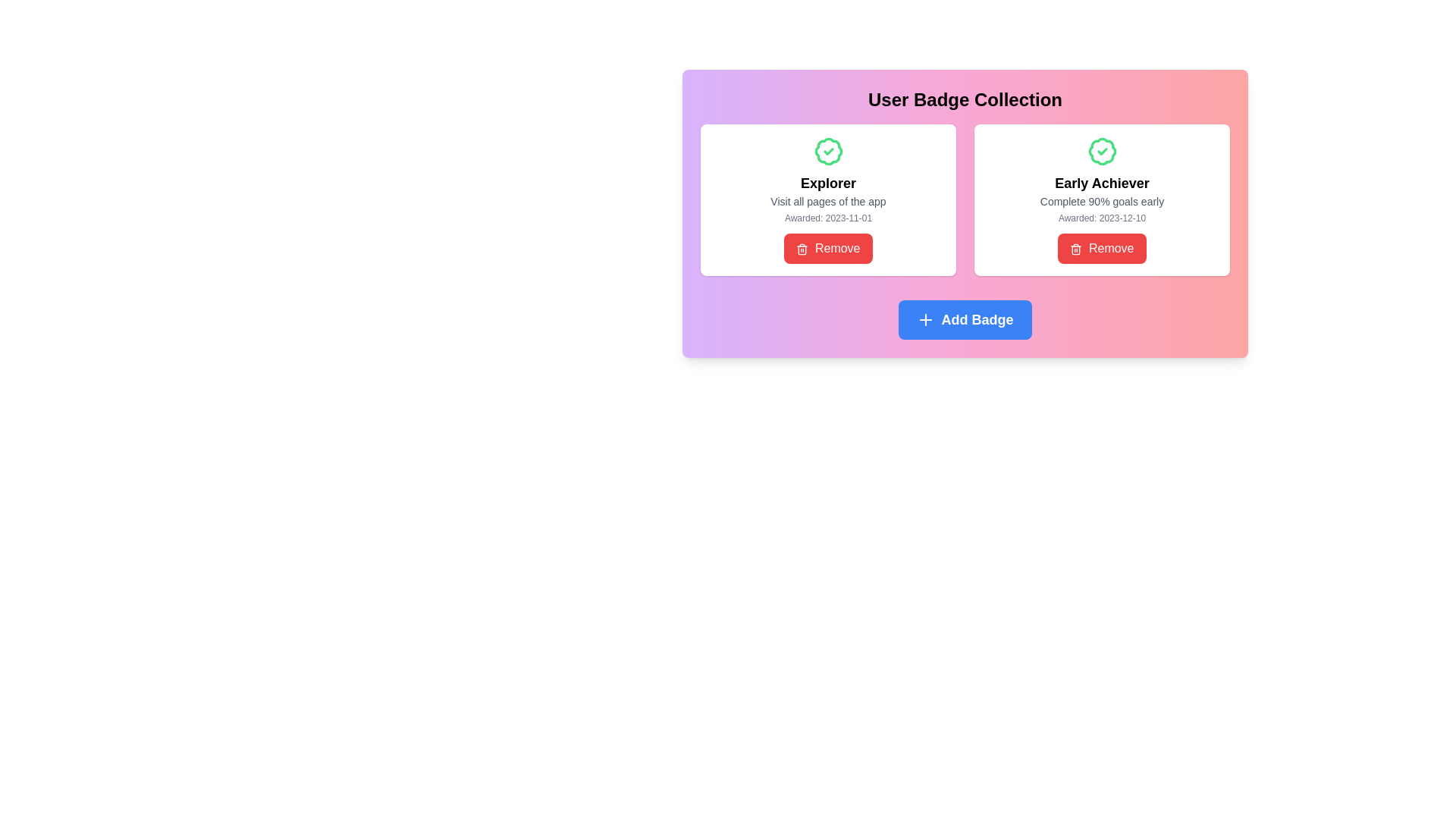  Describe the element at coordinates (1075, 248) in the screenshot. I see `the delete icon inside the red rounded rectangle 'Remove' button` at that location.